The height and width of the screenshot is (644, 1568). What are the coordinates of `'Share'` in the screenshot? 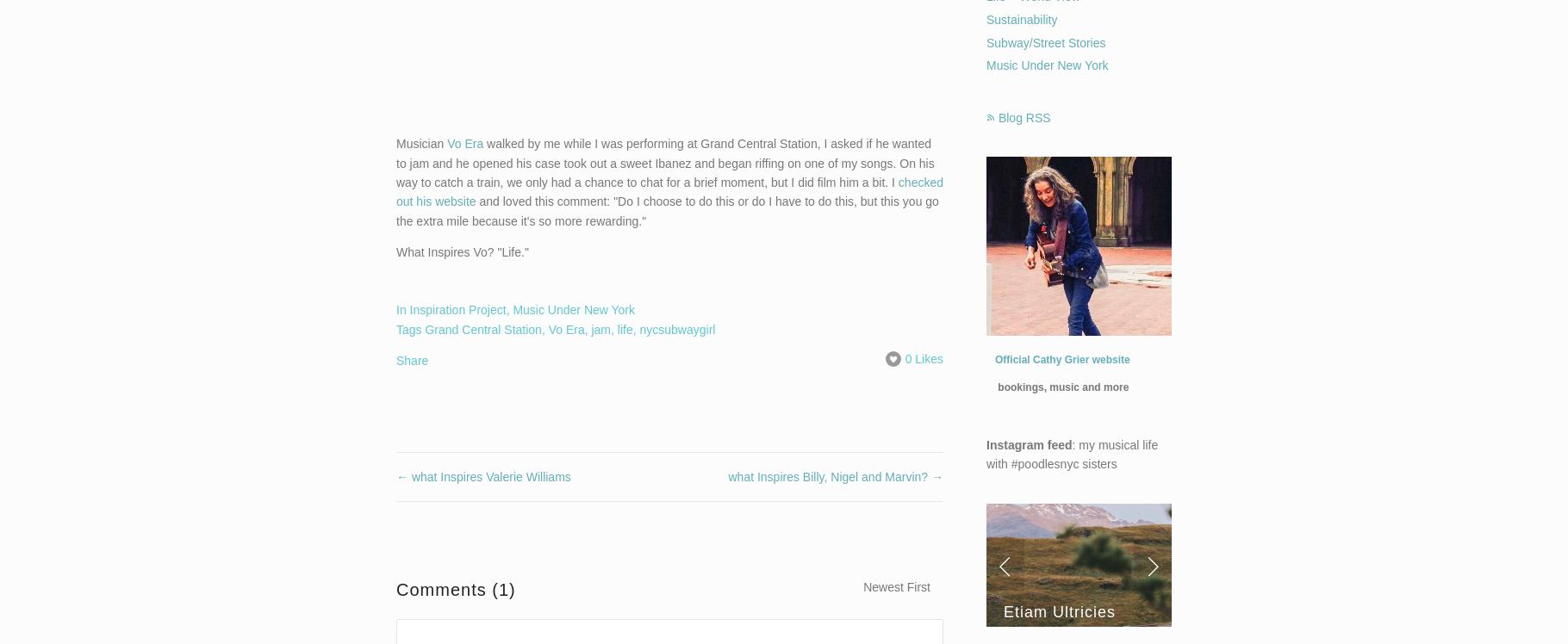 It's located at (412, 361).